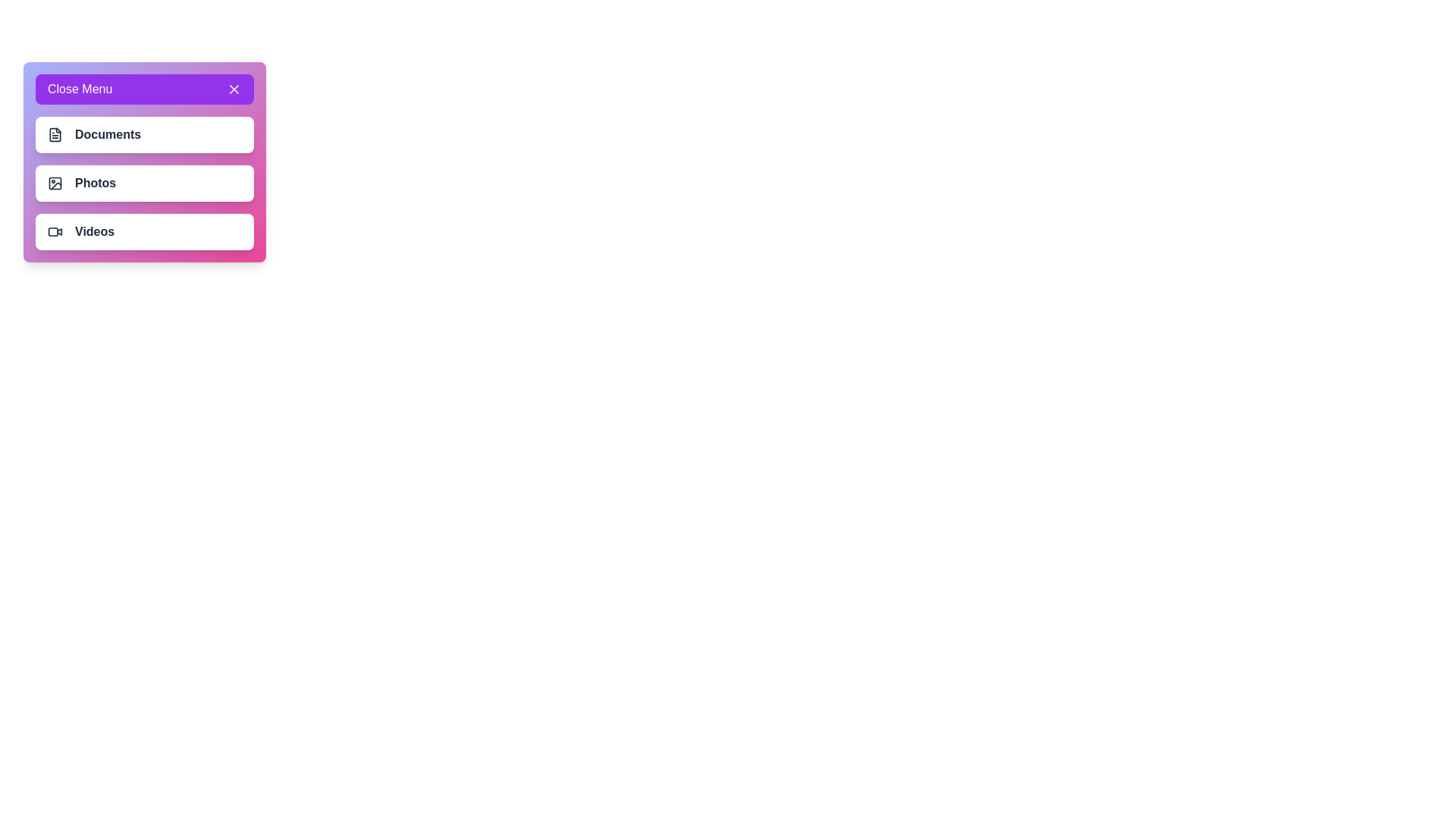 The image size is (1456, 819). Describe the element at coordinates (55, 231) in the screenshot. I see `the menu item Videos` at that location.